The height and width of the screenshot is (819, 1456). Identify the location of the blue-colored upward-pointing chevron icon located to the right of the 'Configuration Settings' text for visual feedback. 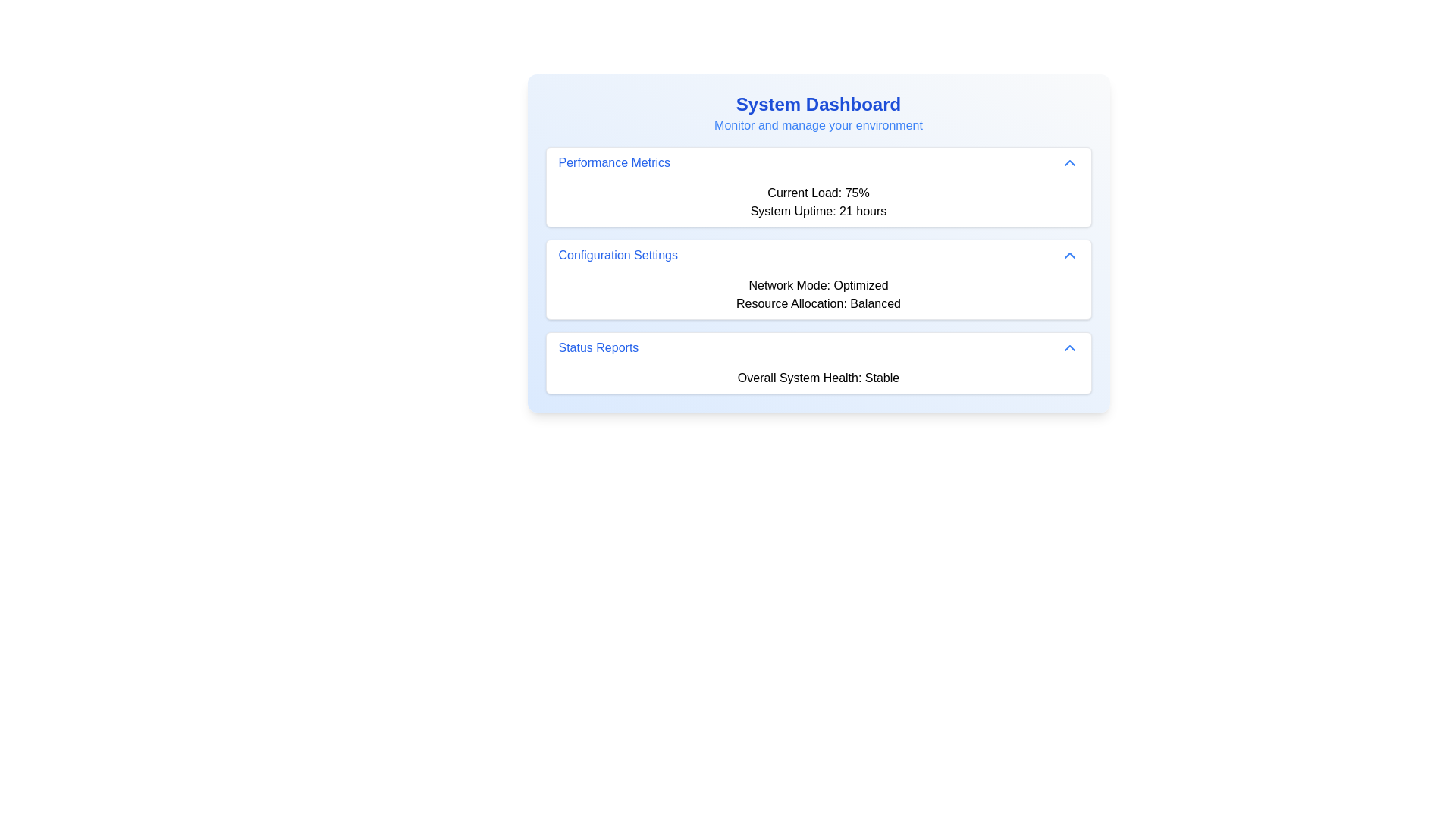
(1068, 254).